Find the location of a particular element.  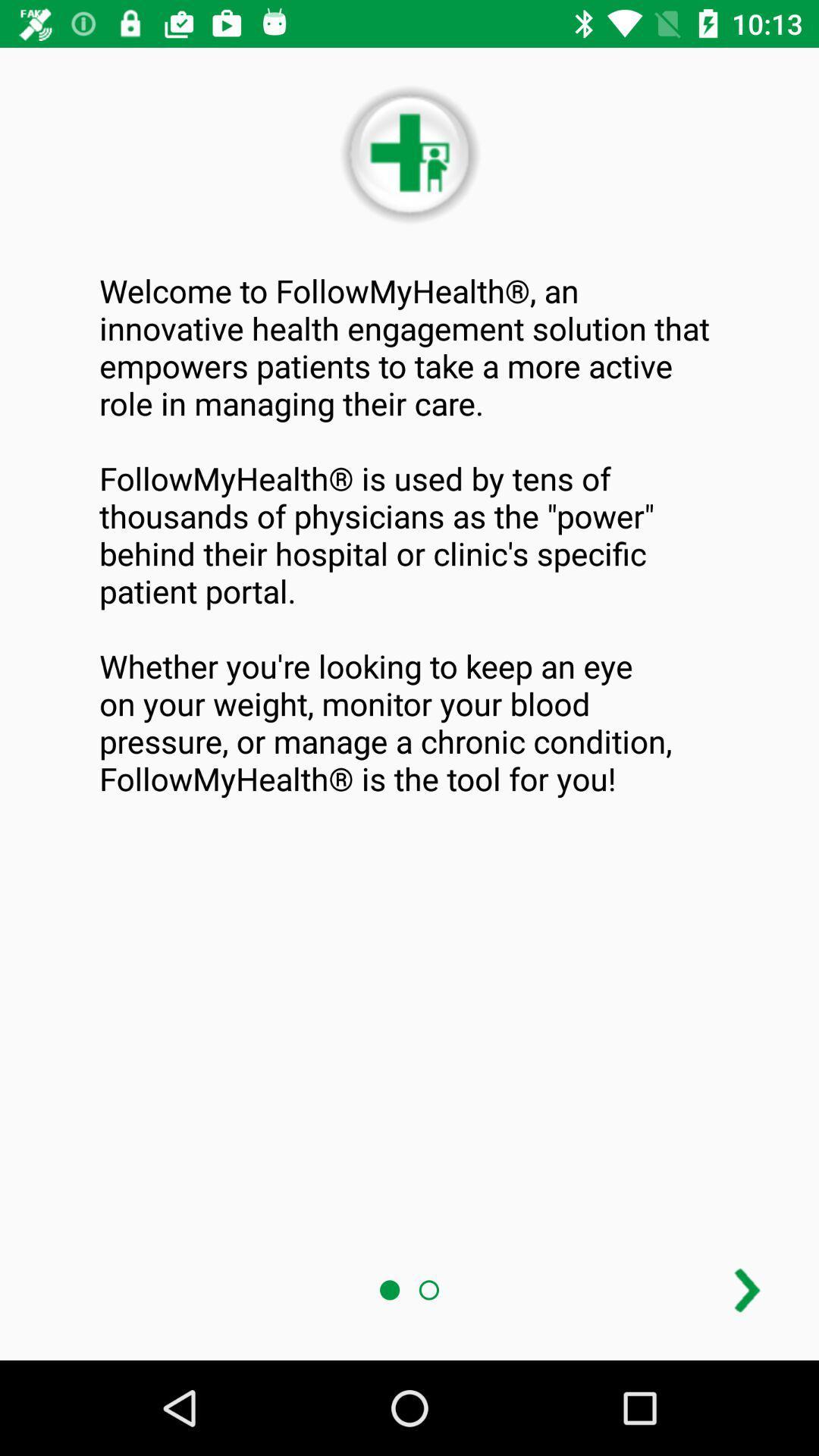

the arrow_forward icon is located at coordinates (746, 1289).